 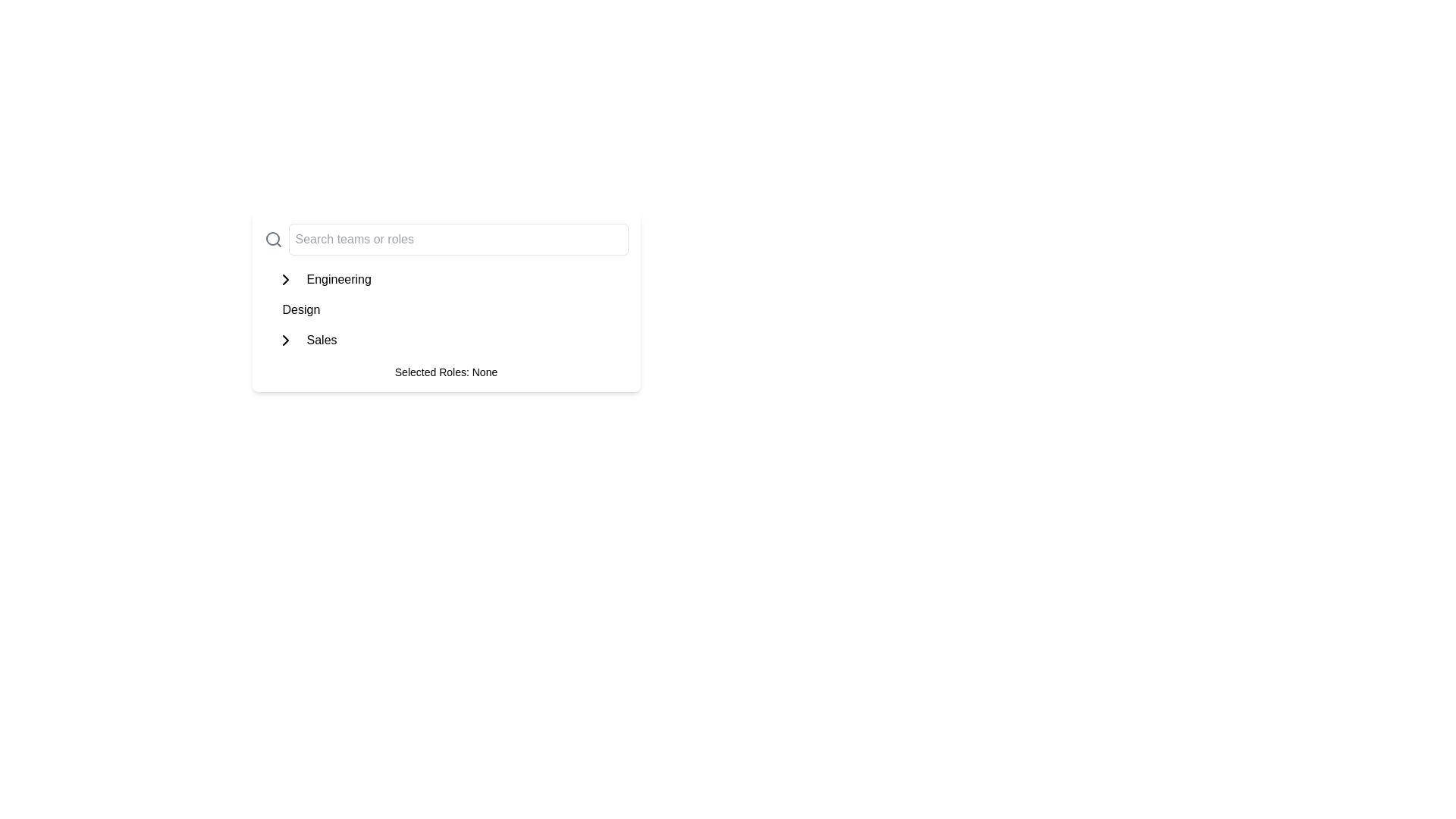 What do you see at coordinates (463, 339) in the screenshot?
I see `the 'Sales' button which is the third item in a grouped layout of buttons including 'Engineering' and 'Design'` at bounding box center [463, 339].